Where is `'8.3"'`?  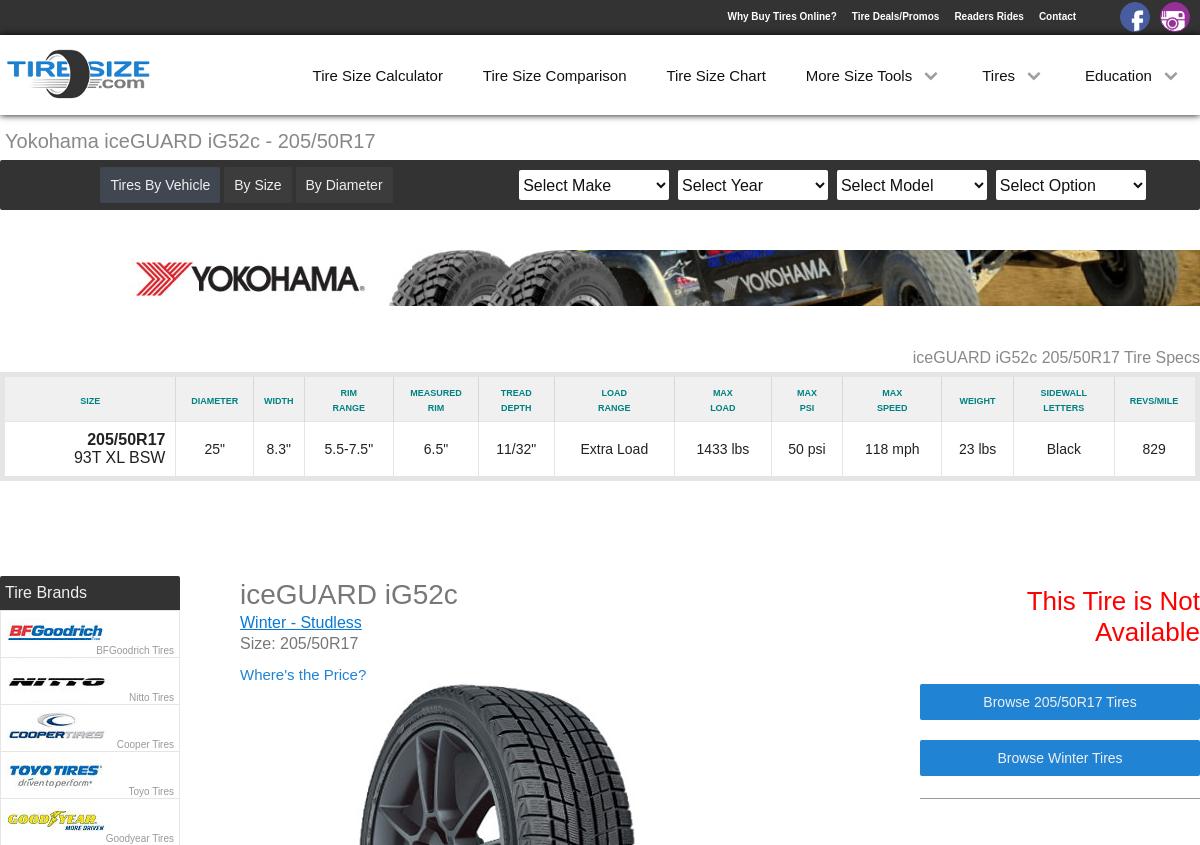 '8.3"' is located at coordinates (265, 449).